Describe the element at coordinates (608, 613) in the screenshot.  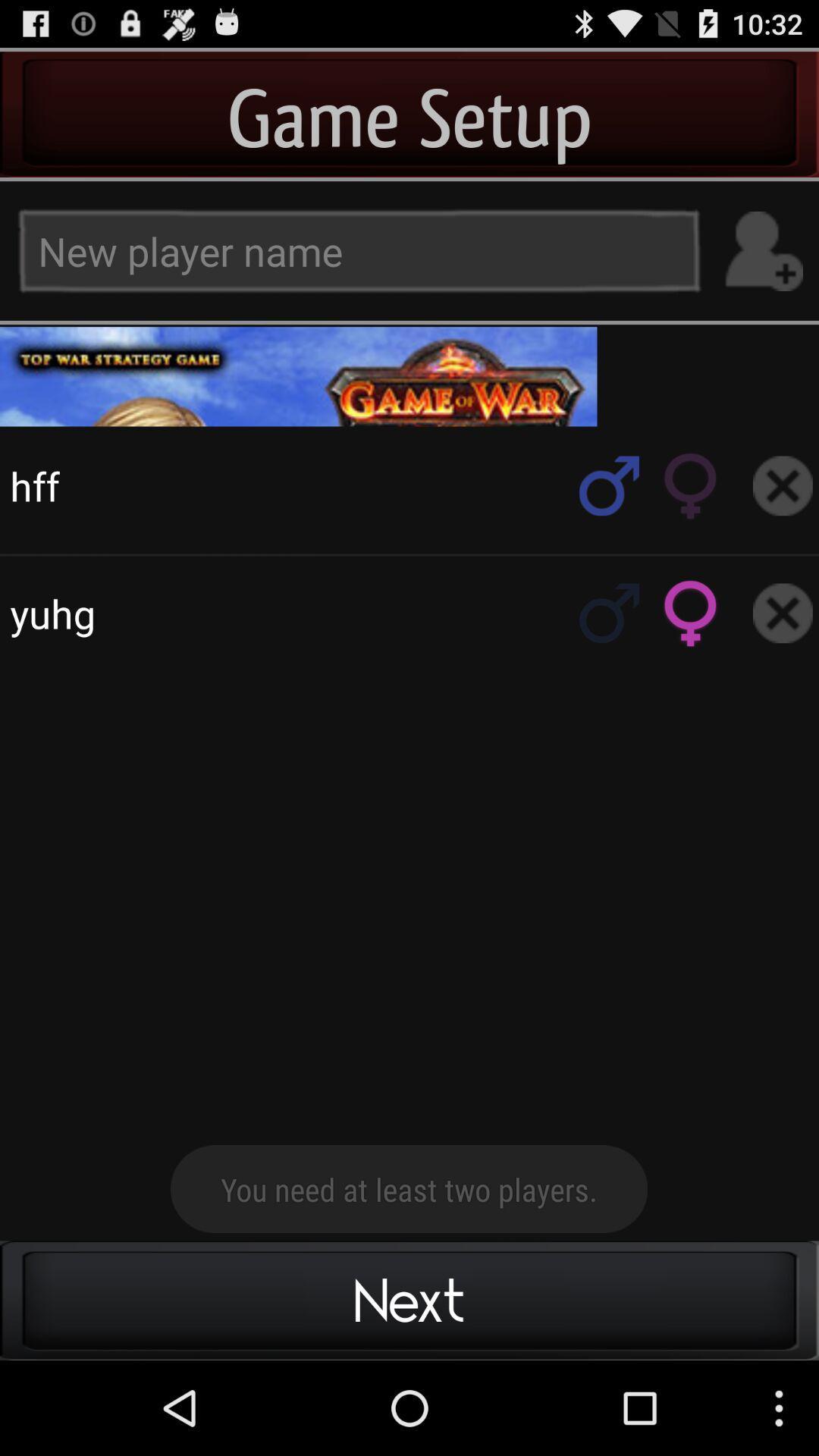
I see `search` at that location.